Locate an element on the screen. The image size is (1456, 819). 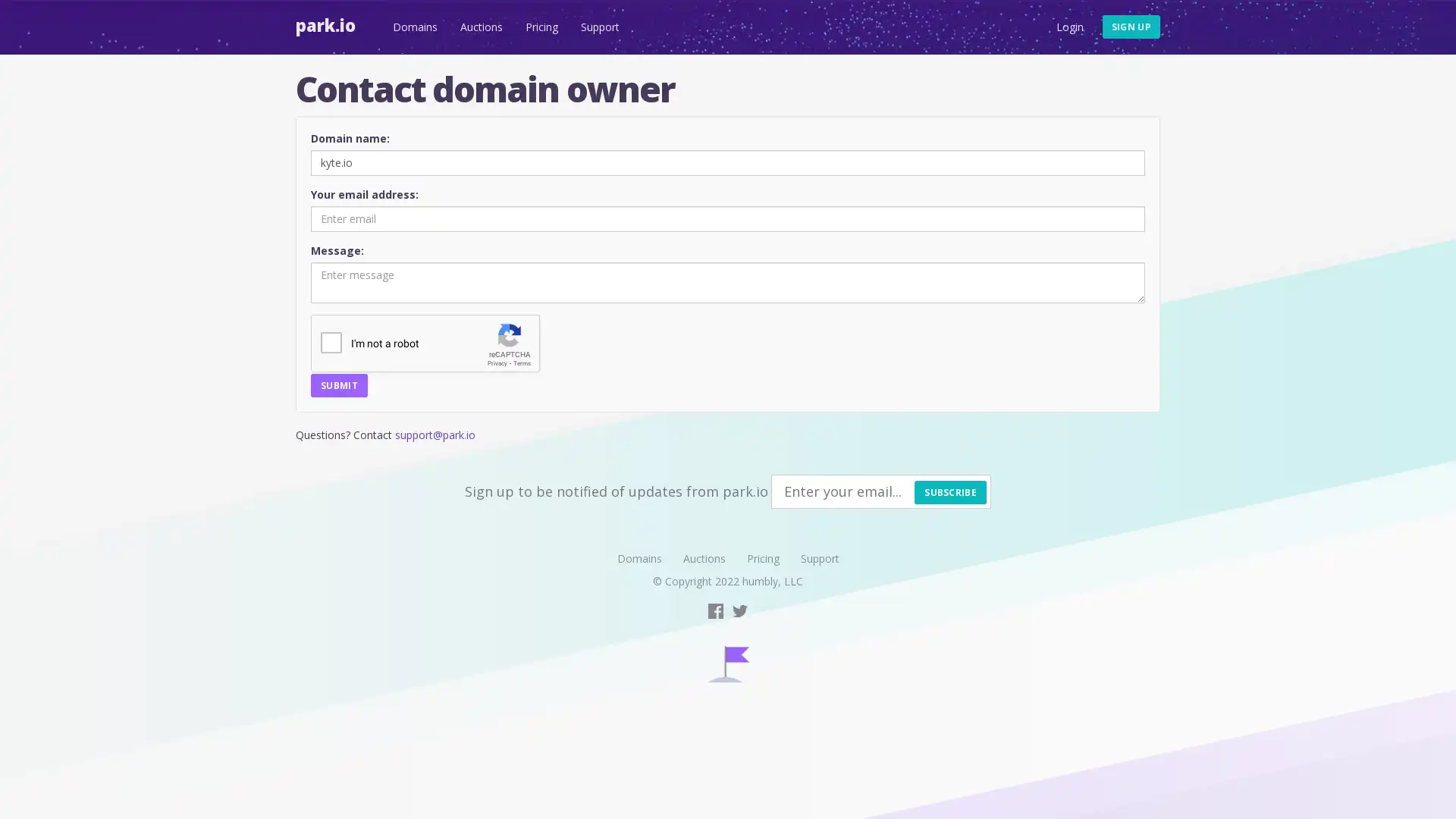
SUBSCRIBE is located at coordinates (949, 491).